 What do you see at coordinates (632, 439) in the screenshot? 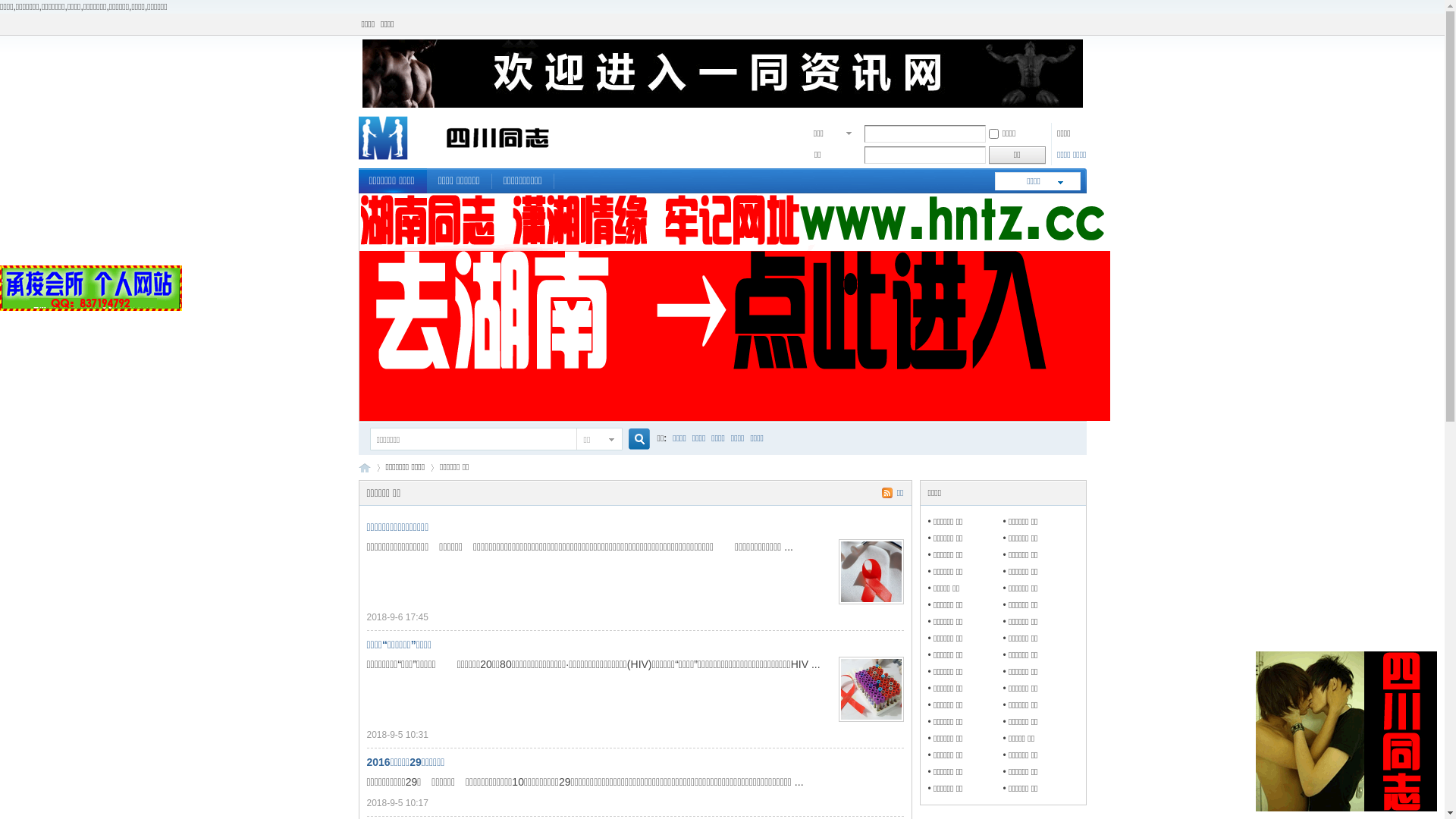
I see `'true'` at bounding box center [632, 439].